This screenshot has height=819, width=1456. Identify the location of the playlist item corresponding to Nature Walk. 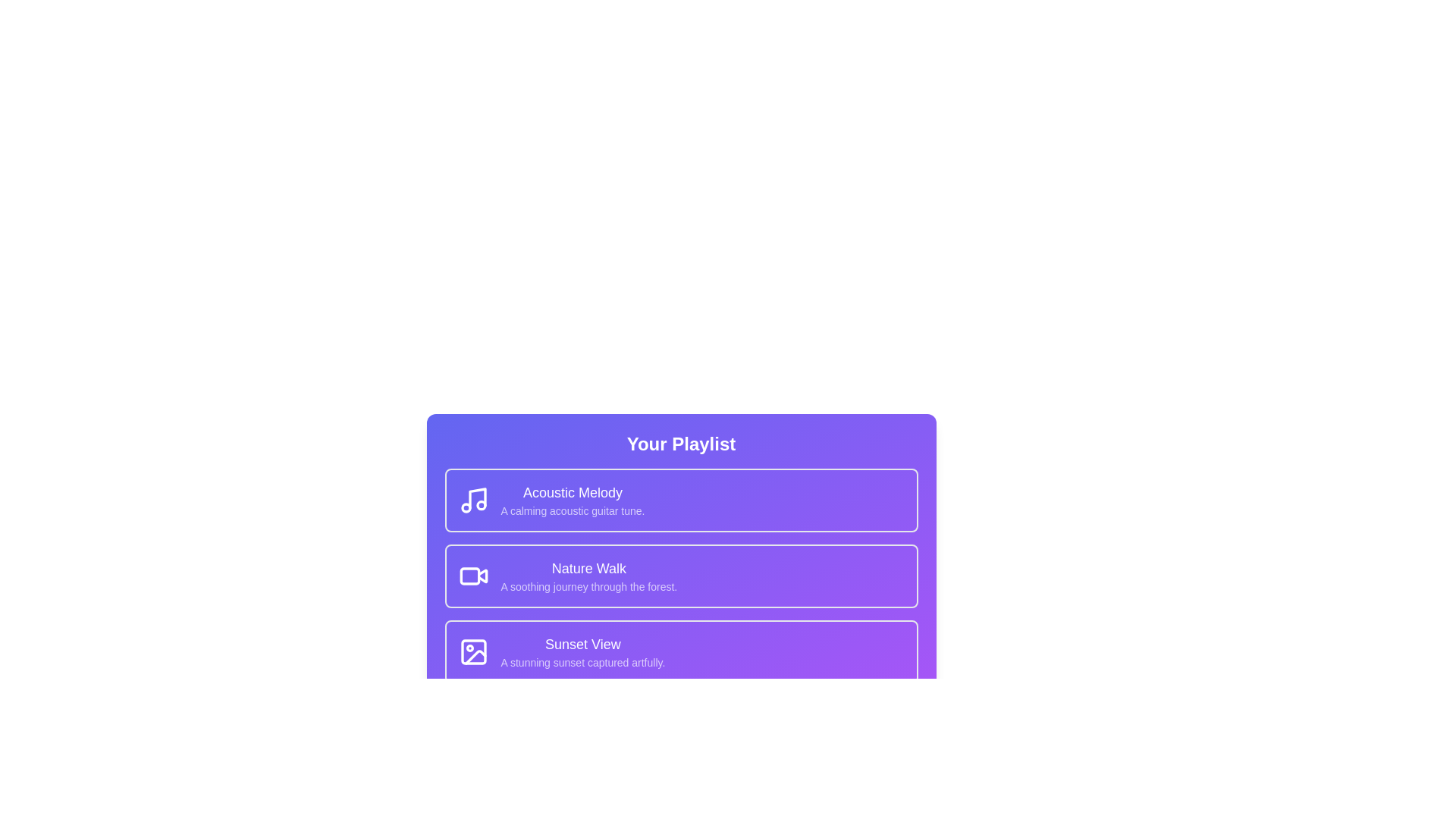
(680, 576).